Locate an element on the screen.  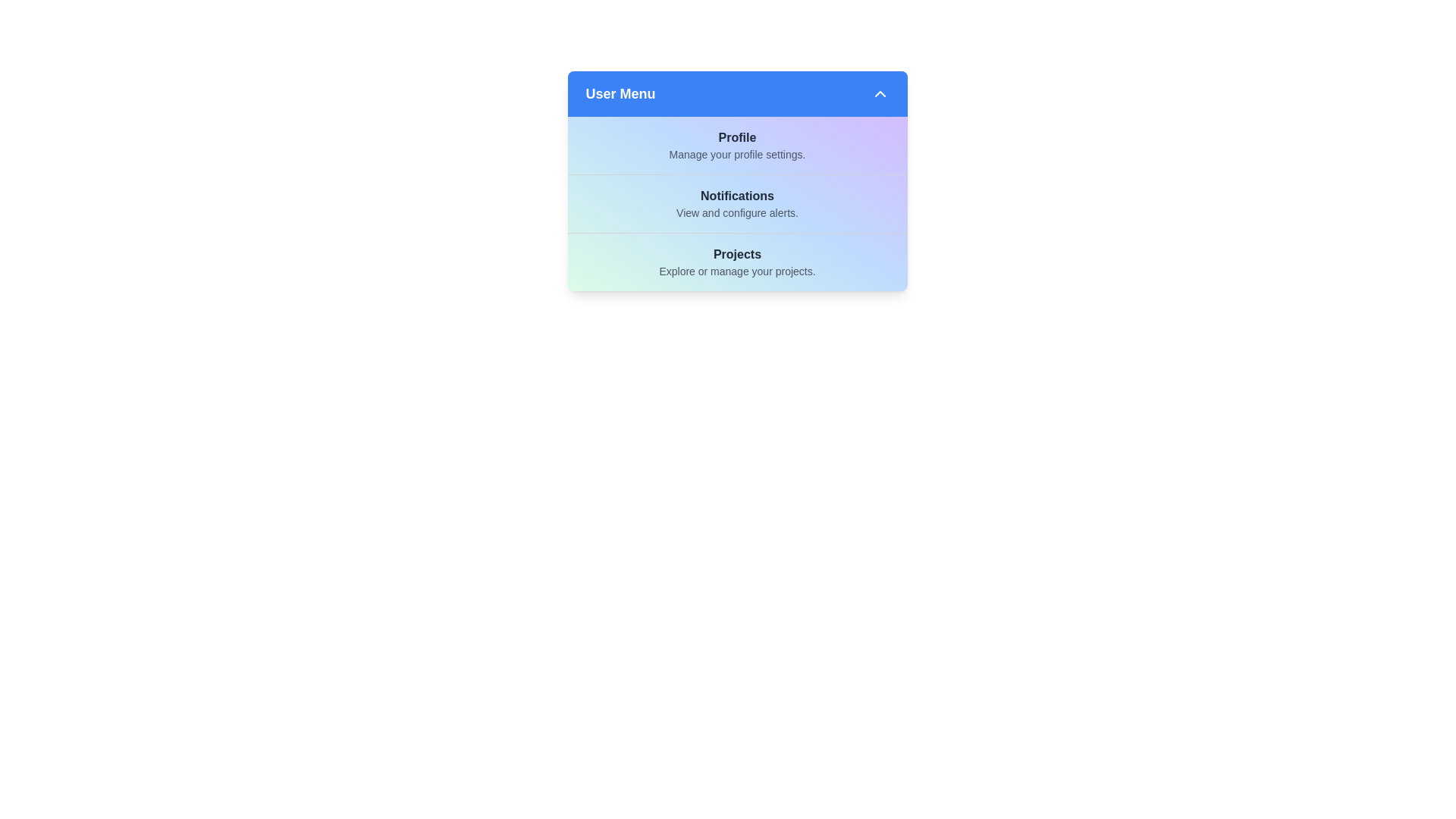
the menu item Profile from the AdvancedMenu is located at coordinates (737, 146).